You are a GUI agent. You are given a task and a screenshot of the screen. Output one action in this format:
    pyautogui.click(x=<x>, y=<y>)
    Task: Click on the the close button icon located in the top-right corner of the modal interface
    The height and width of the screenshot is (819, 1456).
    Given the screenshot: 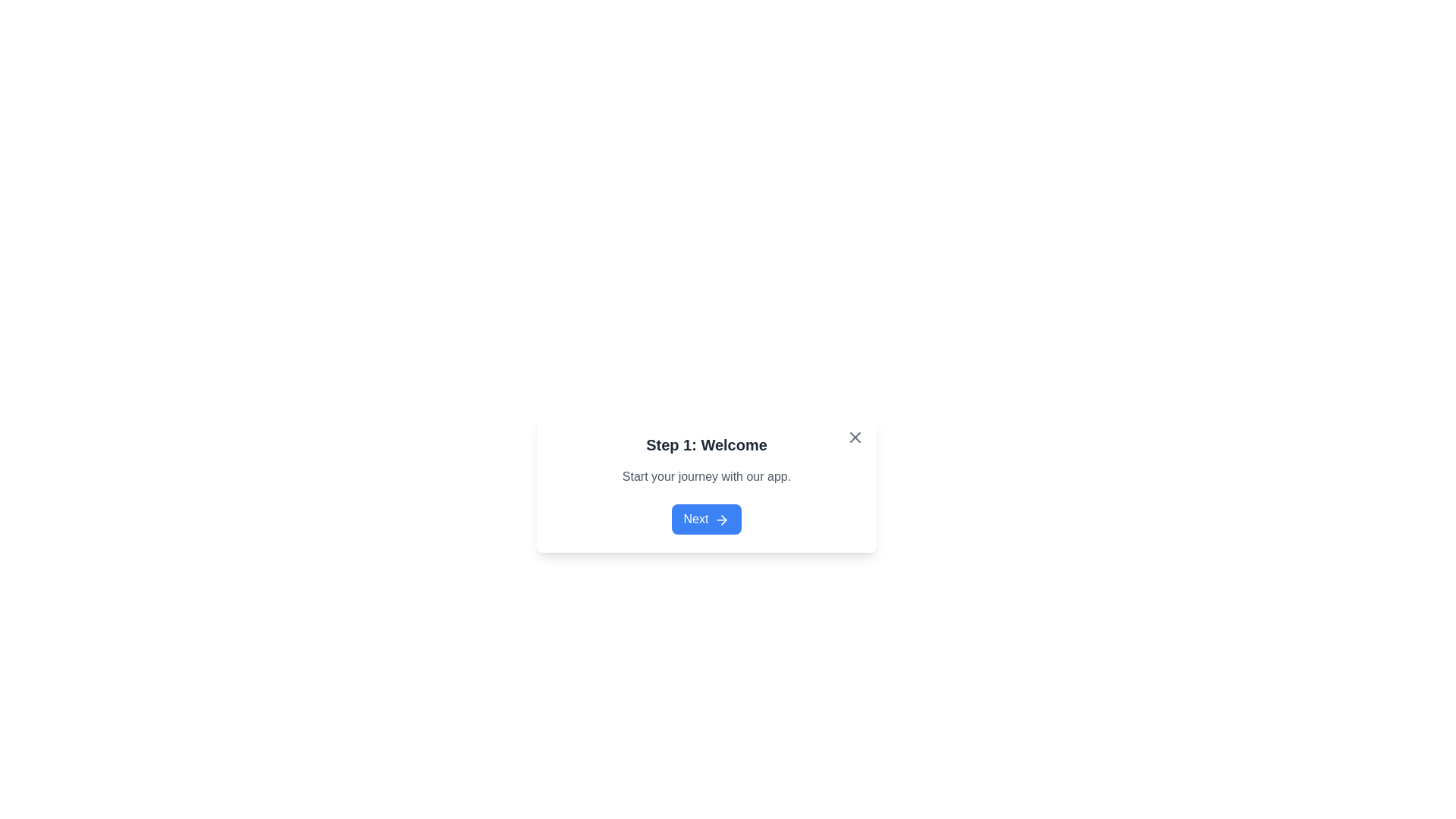 What is the action you would take?
    pyautogui.click(x=855, y=438)
    